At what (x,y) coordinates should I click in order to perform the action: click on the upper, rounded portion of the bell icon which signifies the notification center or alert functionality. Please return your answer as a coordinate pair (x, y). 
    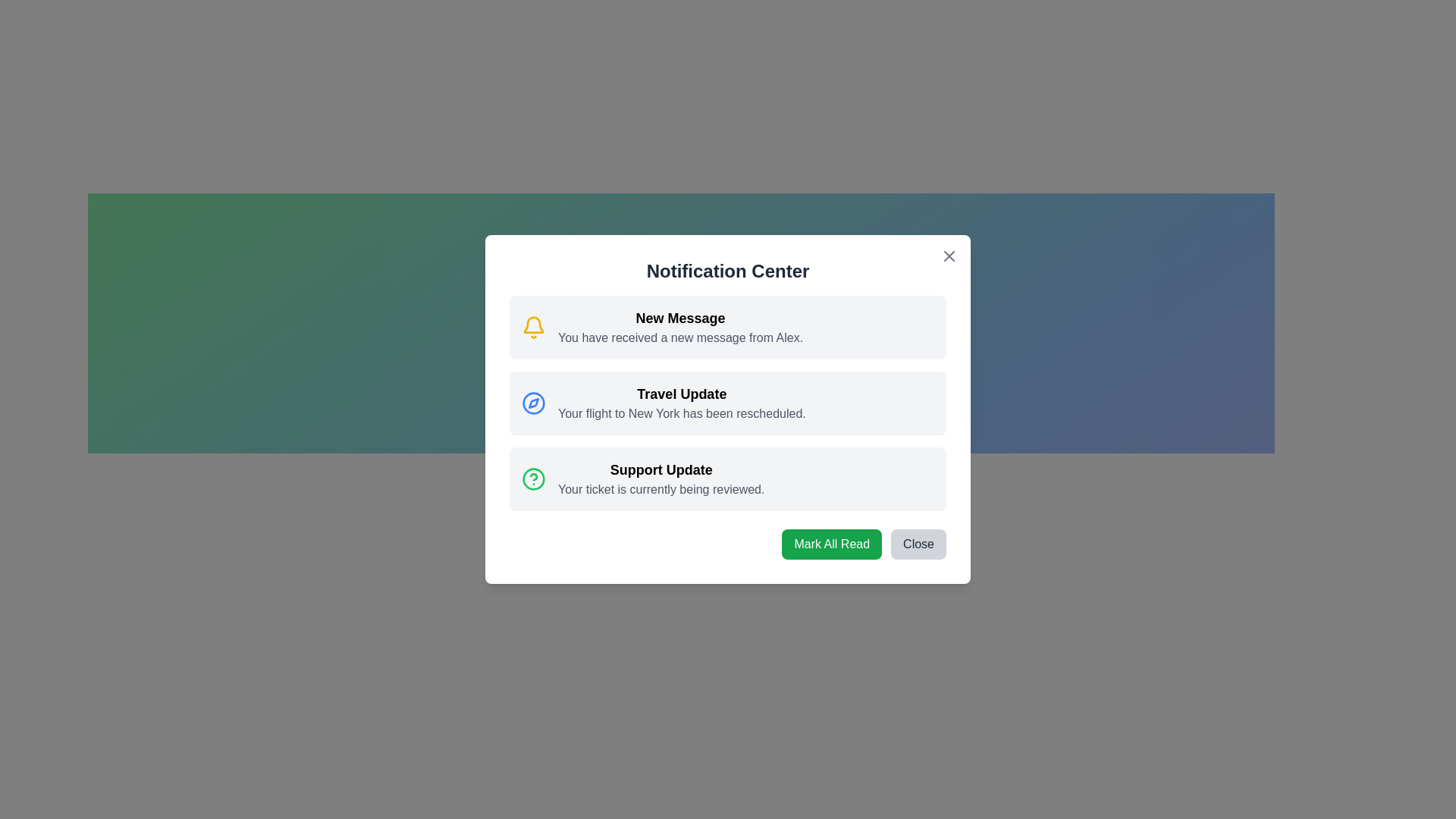
    Looking at the image, I should click on (534, 324).